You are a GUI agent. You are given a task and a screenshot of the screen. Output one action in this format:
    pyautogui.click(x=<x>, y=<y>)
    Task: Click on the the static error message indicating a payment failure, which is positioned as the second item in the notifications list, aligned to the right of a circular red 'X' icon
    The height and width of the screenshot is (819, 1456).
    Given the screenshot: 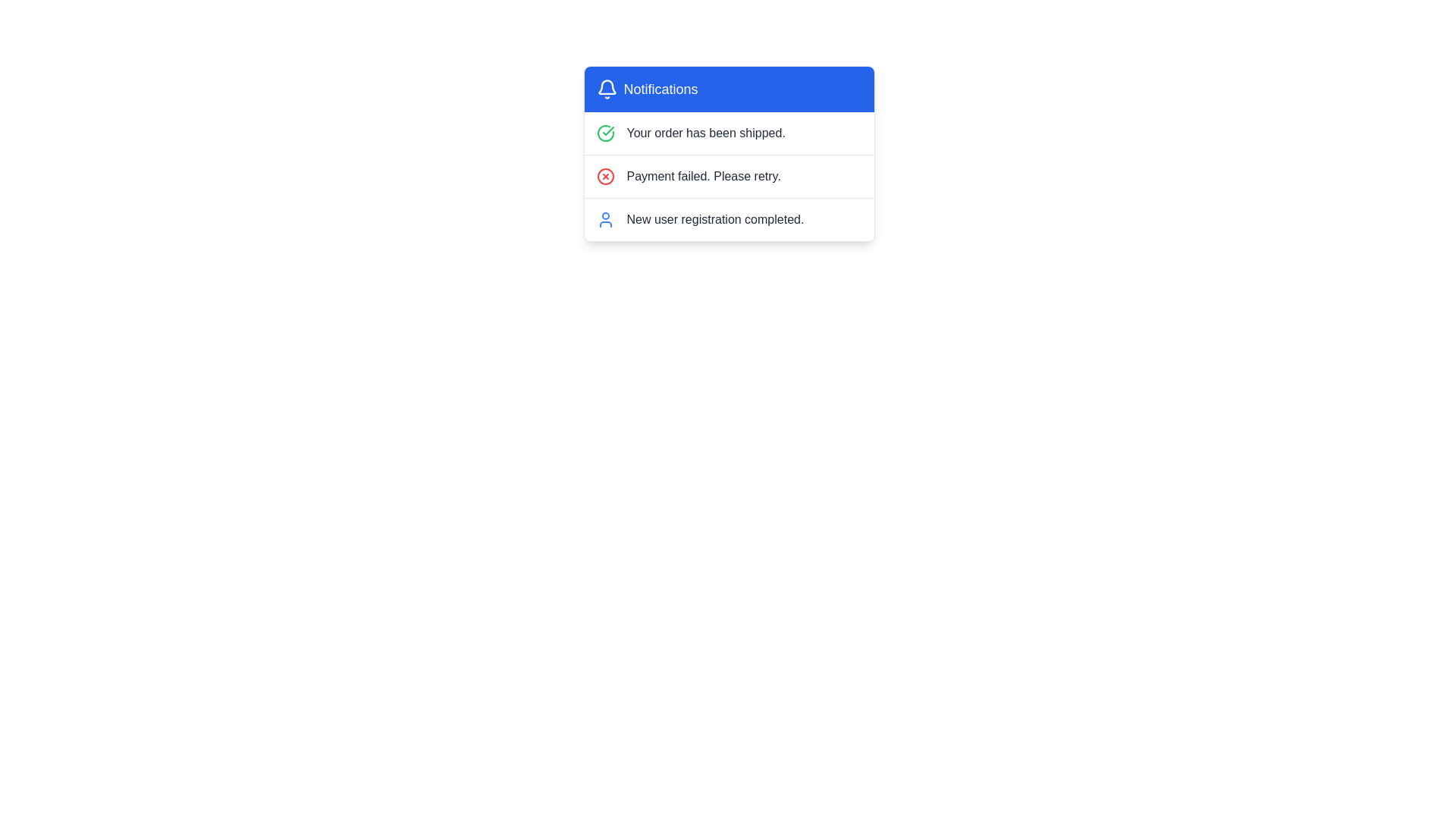 What is the action you would take?
    pyautogui.click(x=703, y=175)
    